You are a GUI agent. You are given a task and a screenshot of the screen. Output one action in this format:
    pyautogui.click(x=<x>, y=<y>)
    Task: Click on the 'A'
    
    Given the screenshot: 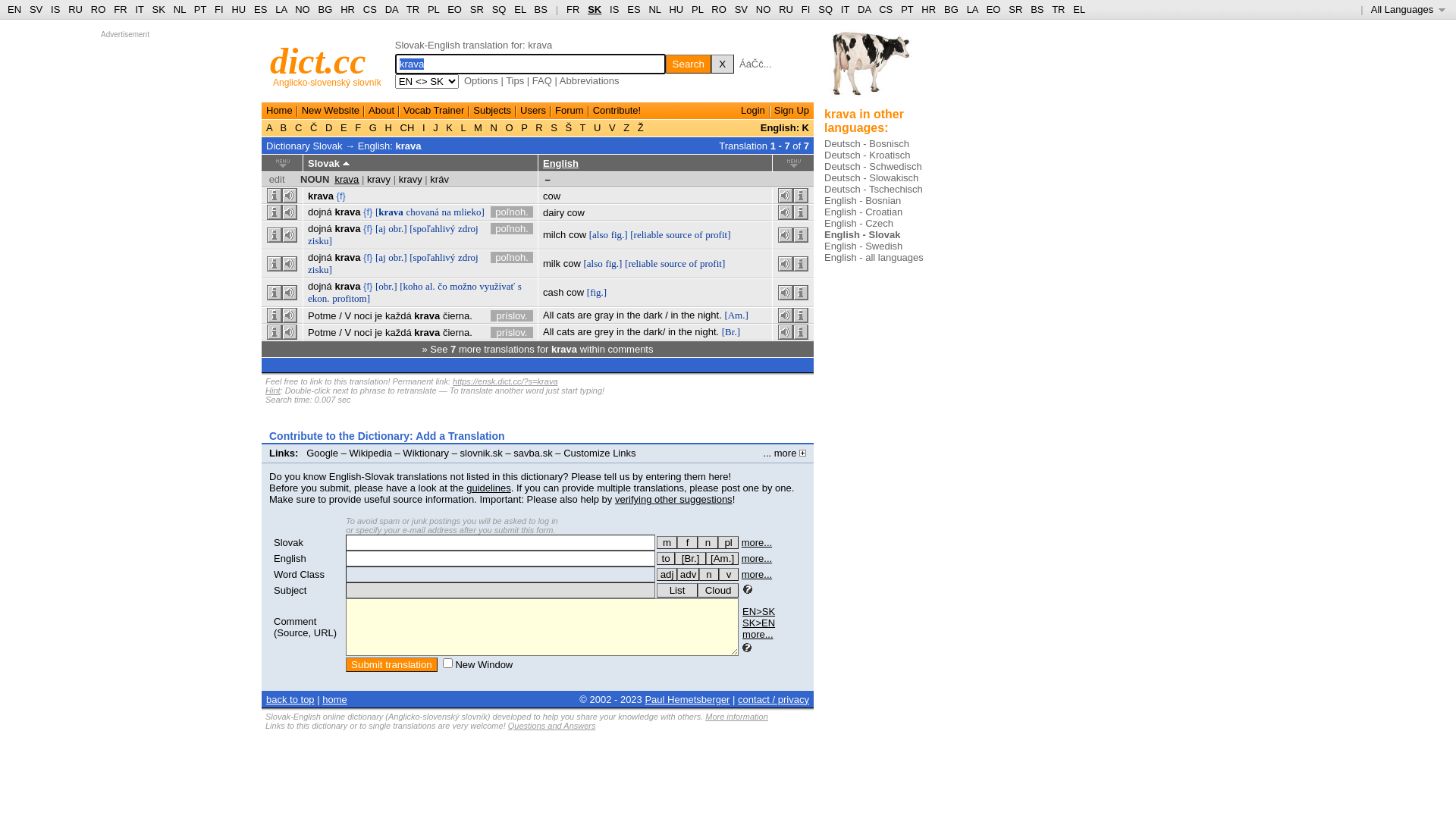 What is the action you would take?
    pyautogui.click(x=270, y=127)
    